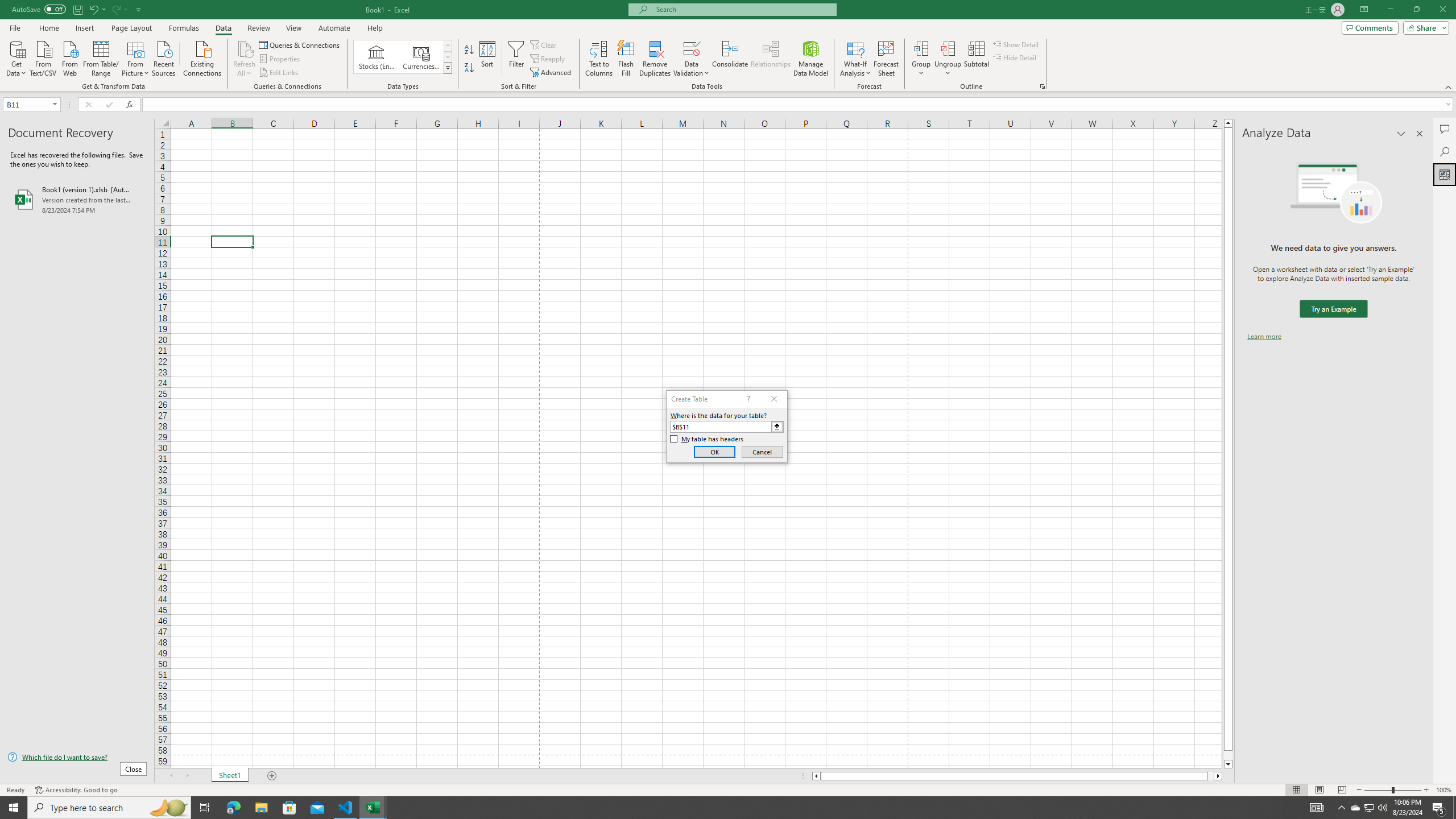  What do you see at coordinates (280, 59) in the screenshot?
I see `'Properties'` at bounding box center [280, 59].